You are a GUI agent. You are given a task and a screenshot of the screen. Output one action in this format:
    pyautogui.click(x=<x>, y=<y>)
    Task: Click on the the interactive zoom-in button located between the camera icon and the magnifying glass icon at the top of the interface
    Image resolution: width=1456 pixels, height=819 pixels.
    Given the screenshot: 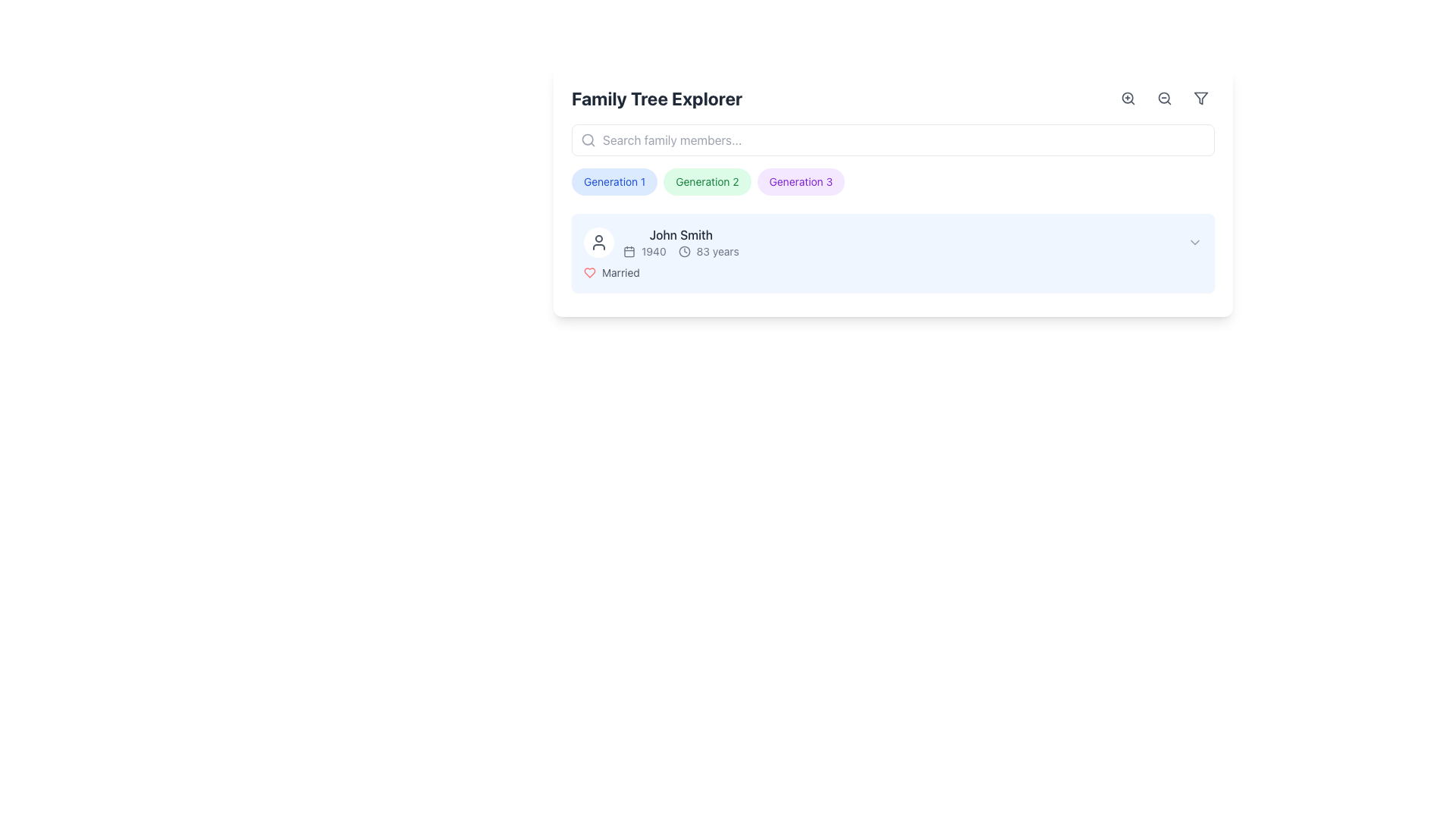 What is the action you would take?
    pyautogui.click(x=1128, y=99)
    